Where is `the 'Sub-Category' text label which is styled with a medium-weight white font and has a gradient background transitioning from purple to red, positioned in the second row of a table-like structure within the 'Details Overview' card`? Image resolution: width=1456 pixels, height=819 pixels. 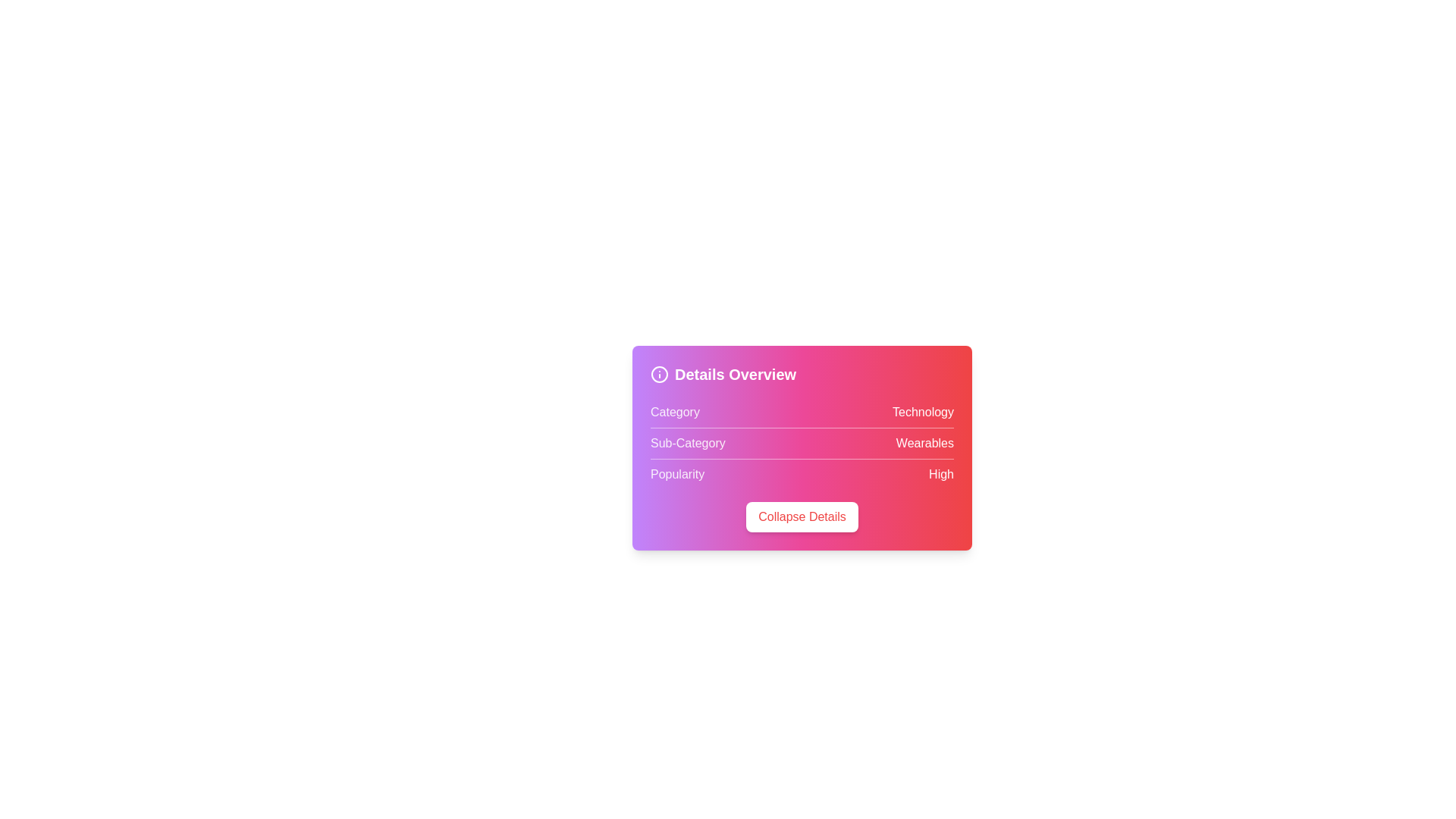 the 'Sub-Category' text label which is styled with a medium-weight white font and has a gradient background transitioning from purple to red, positioned in the second row of a table-like structure within the 'Details Overview' card is located at coordinates (687, 444).